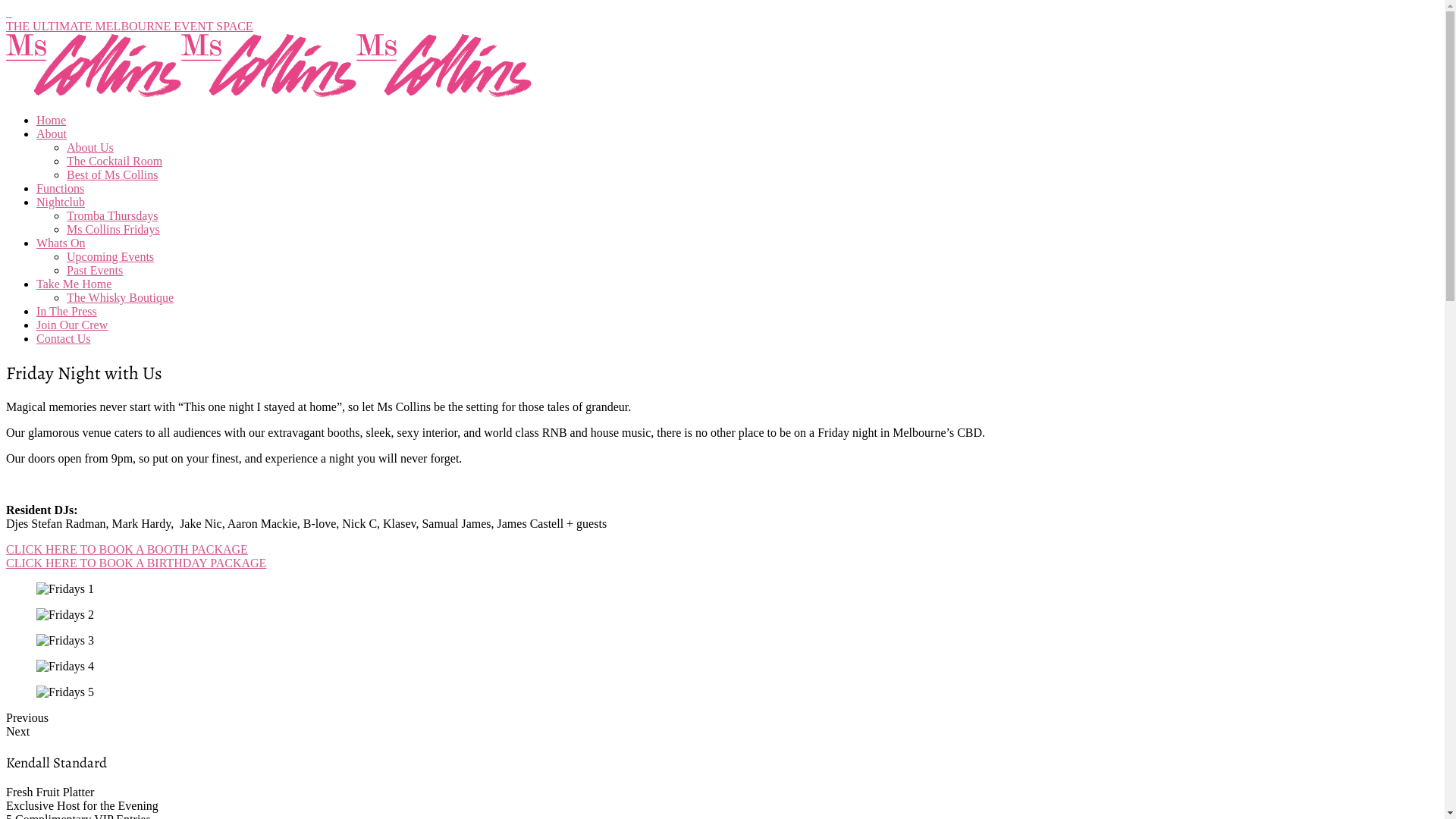 The height and width of the screenshot is (819, 1456). What do you see at coordinates (111, 215) in the screenshot?
I see `'Tromba Thursdays'` at bounding box center [111, 215].